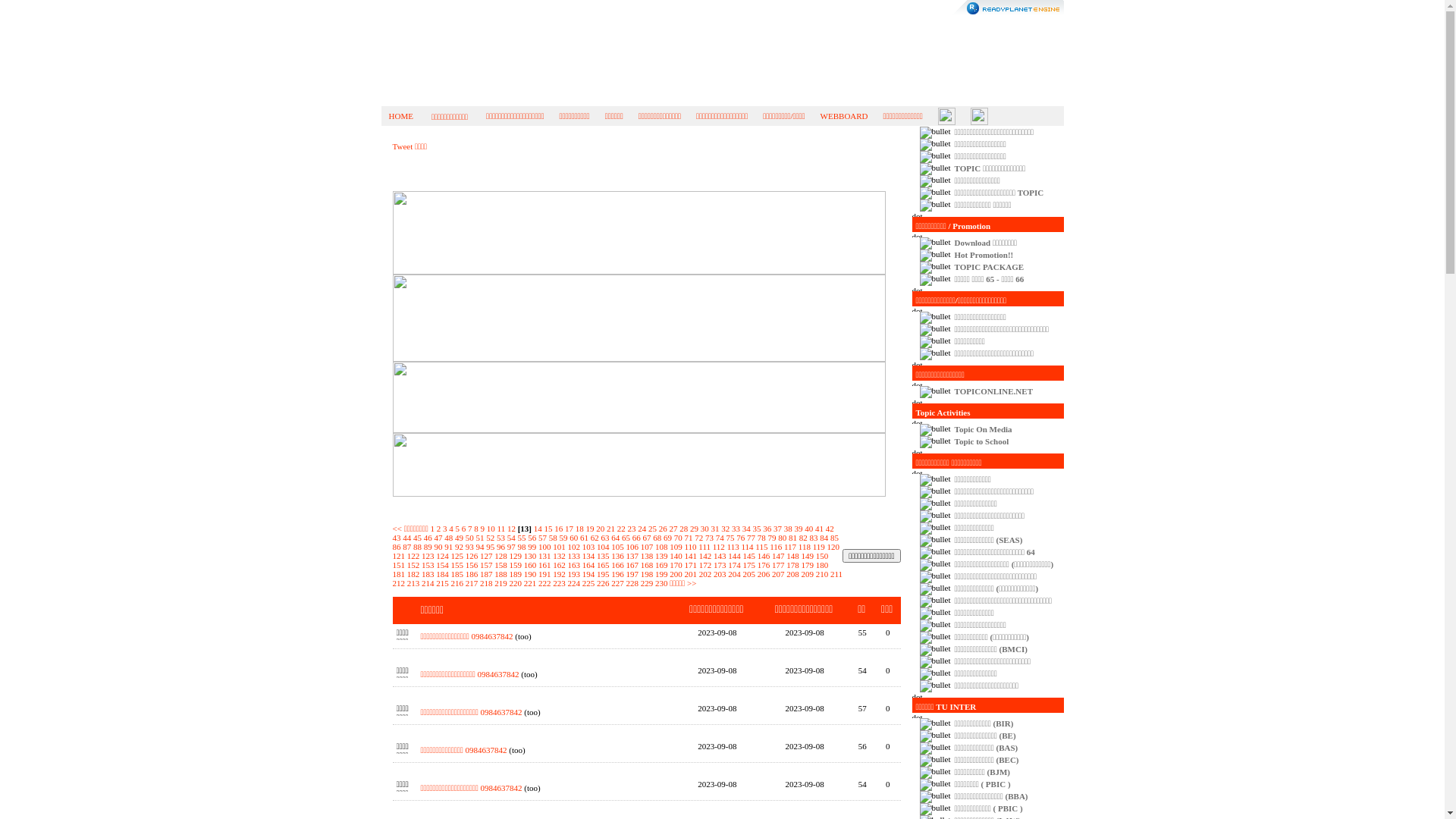 This screenshot has width=1456, height=819. What do you see at coordinates (983, 429) in the screenshot?
I see `'Topic On Media'` at bounding box center [983, 429].